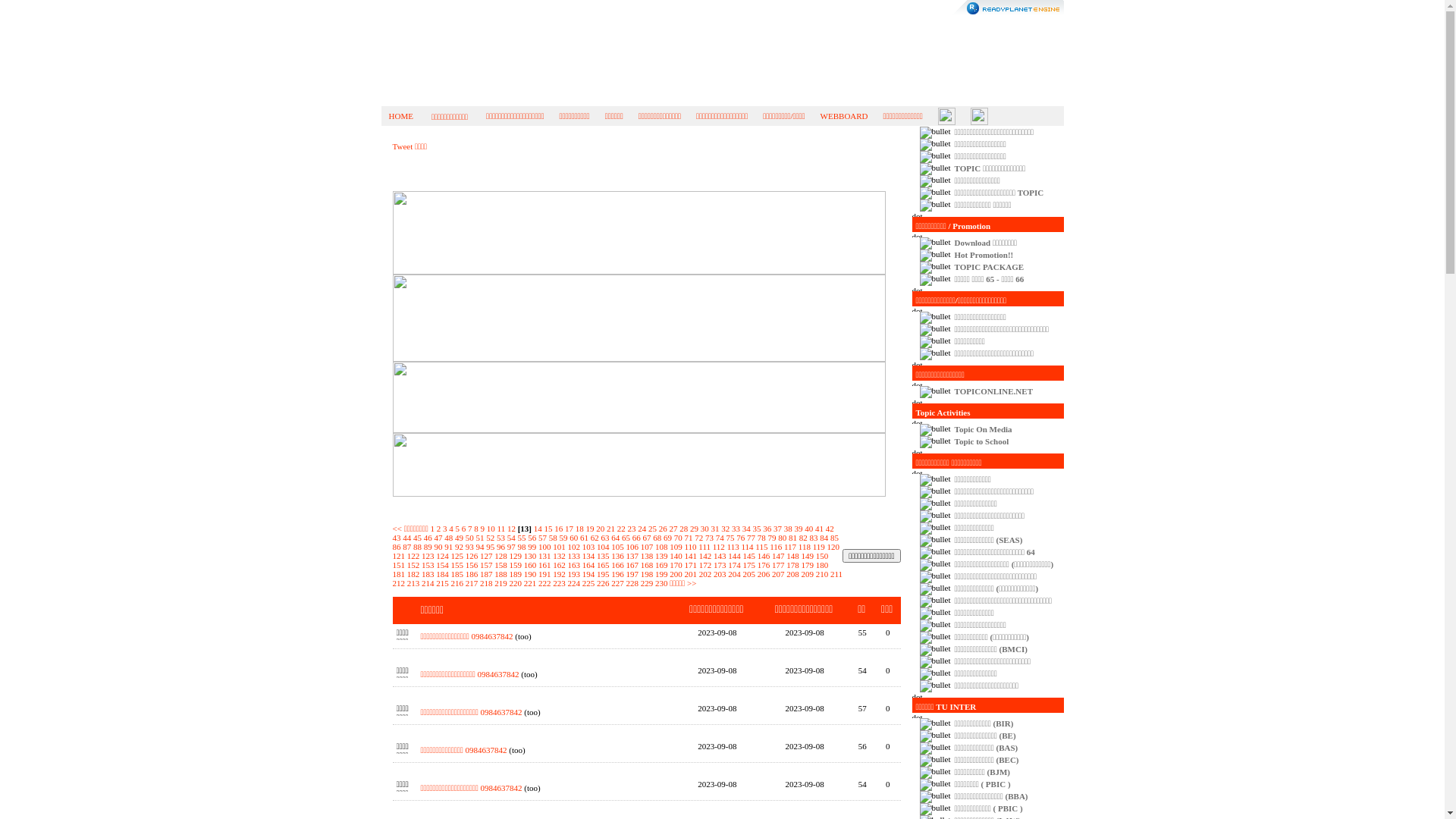 This screenshot has width=1456, height=819. What do you see at coordinates (983, 429) in the screenshot?
I see `'Topic On Media'` at bounding box center [983, 429].